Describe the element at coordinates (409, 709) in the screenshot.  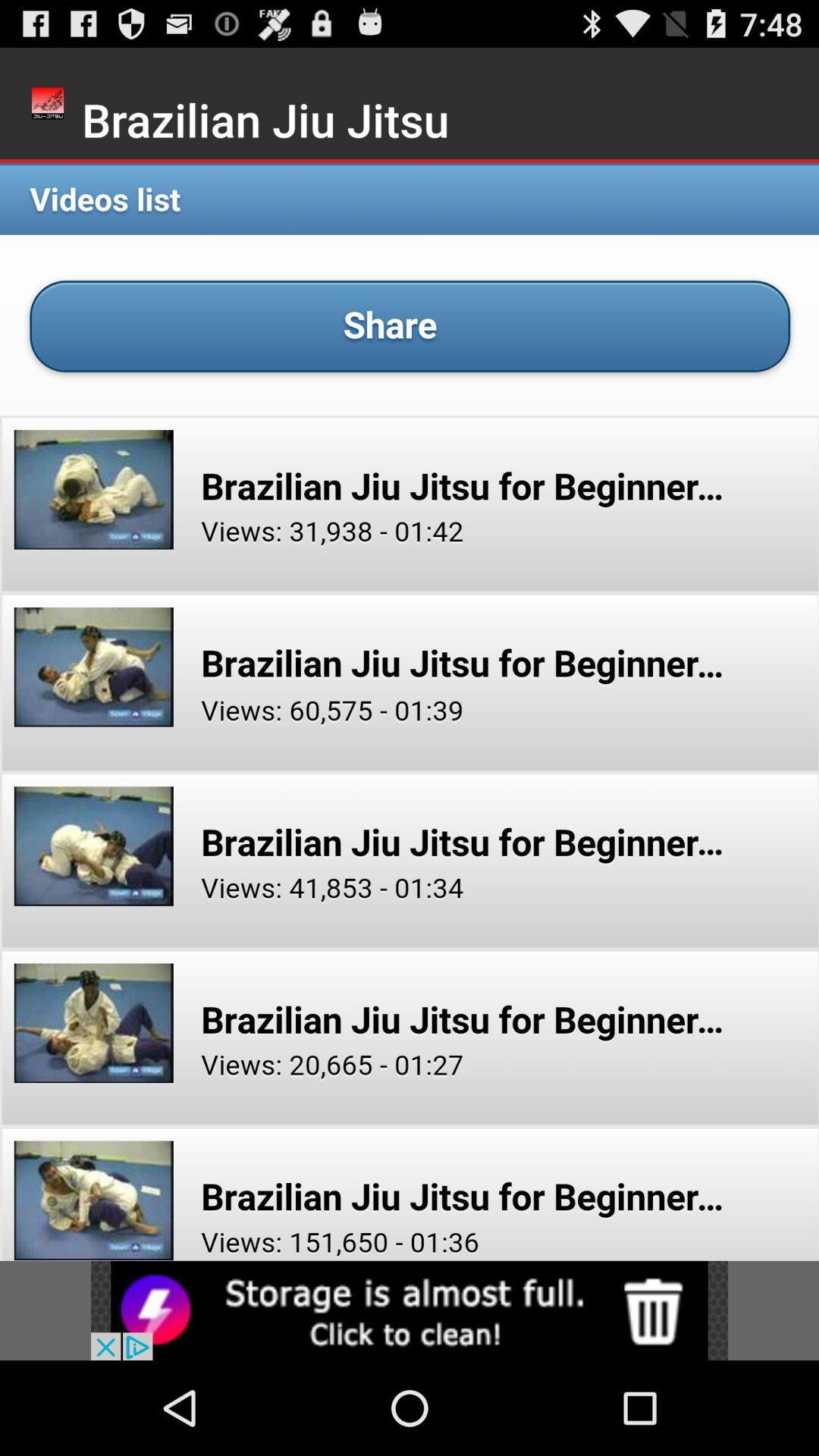
I see `videos list share option` at that location.